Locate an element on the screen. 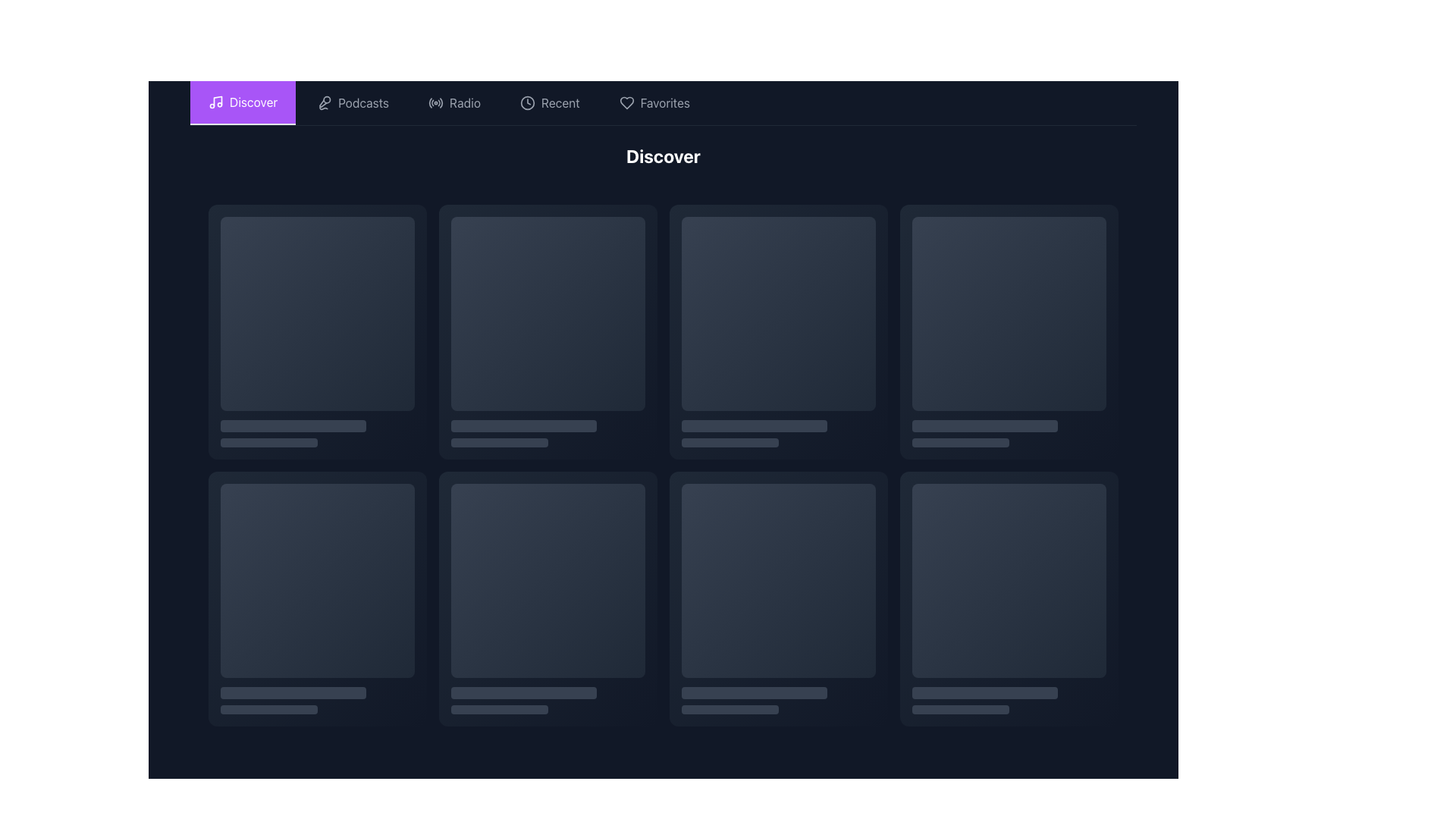  the card-shaped UI component with a gradient background in the grid layout is located at coordinates (1009, 331).